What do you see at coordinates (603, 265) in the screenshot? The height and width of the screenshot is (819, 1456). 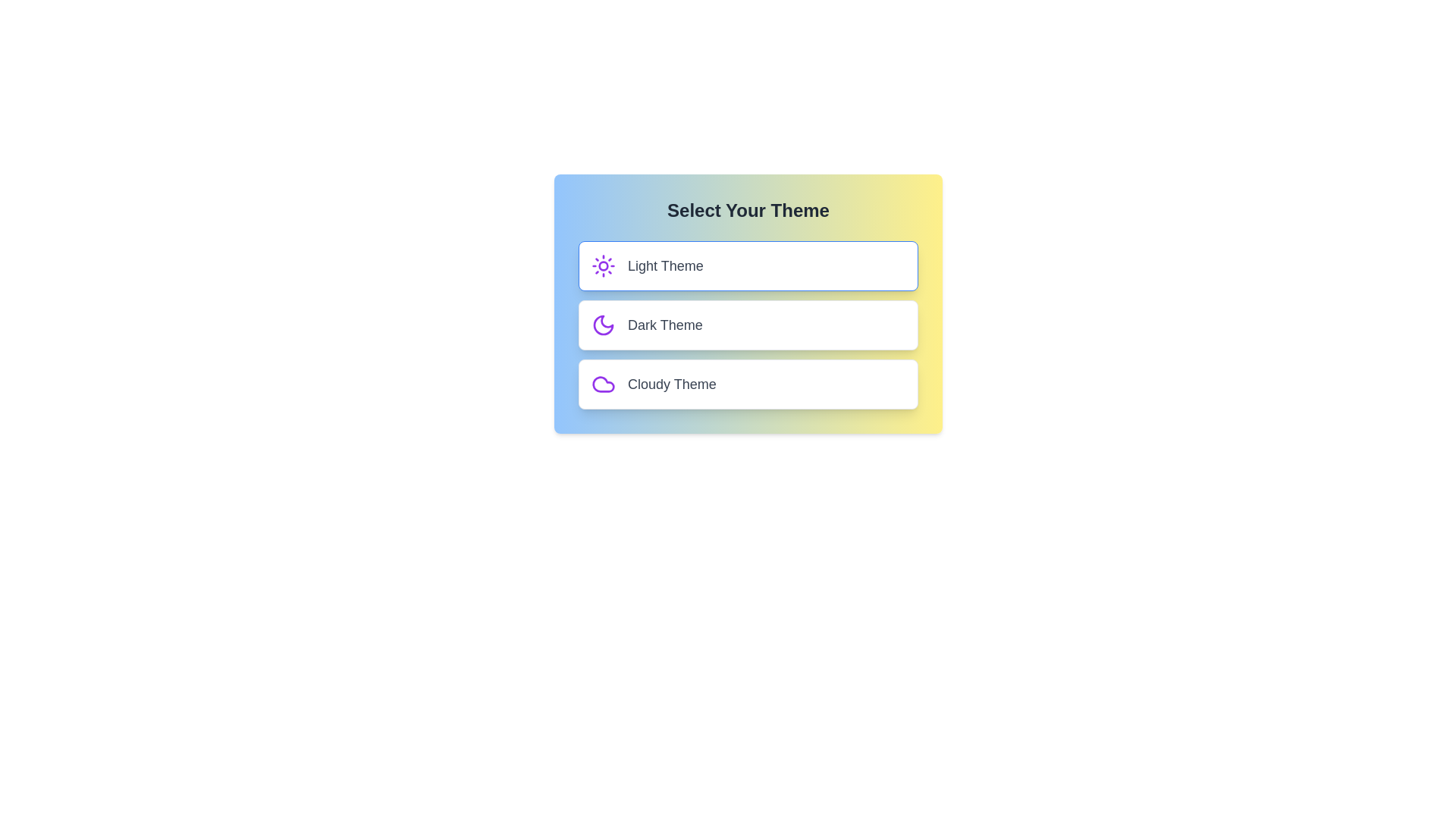 I see `the circular icon that is positioned at the center of the sun icon, which is to the left of the 'Light Theme' text in the theme selection interface` at bounding box center [603, 265].